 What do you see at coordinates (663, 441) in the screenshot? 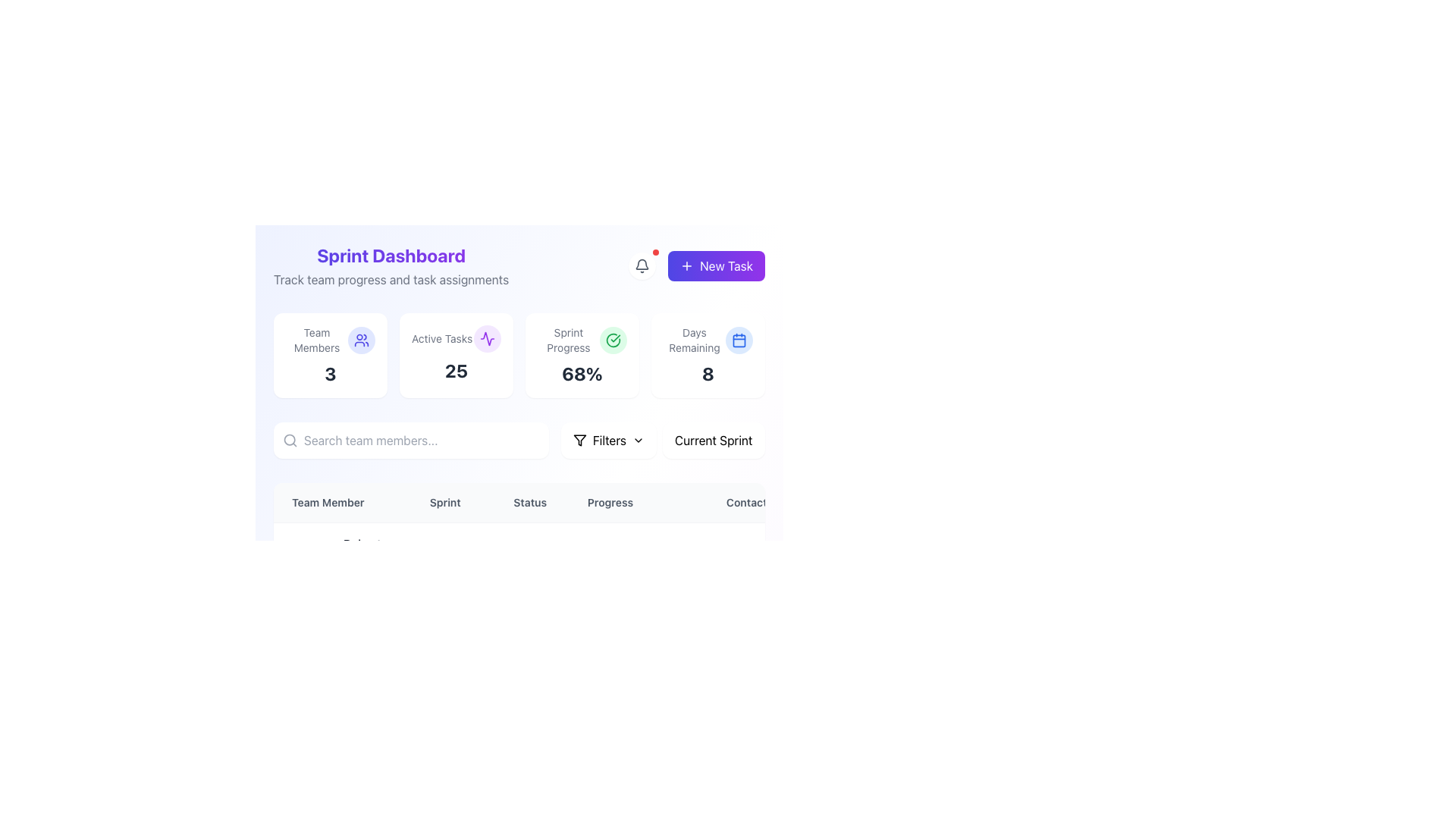
I see `the 'Filters' and 'Current Sprint' buttons in the interactive toolbar located centrally beneath the dashboard metrics section` at bounding box center [663, 441].